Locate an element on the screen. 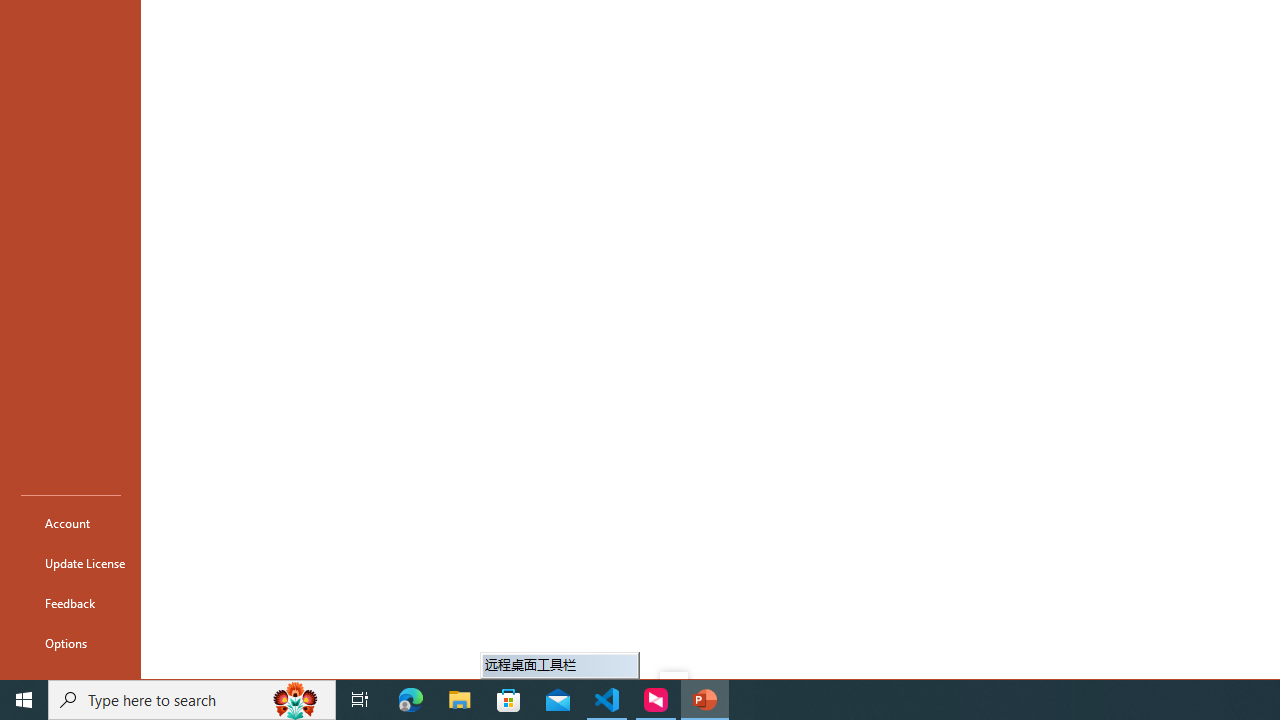 This screenshot has width=1280, height=720. 'Options' is located at coordinates (71, 642).